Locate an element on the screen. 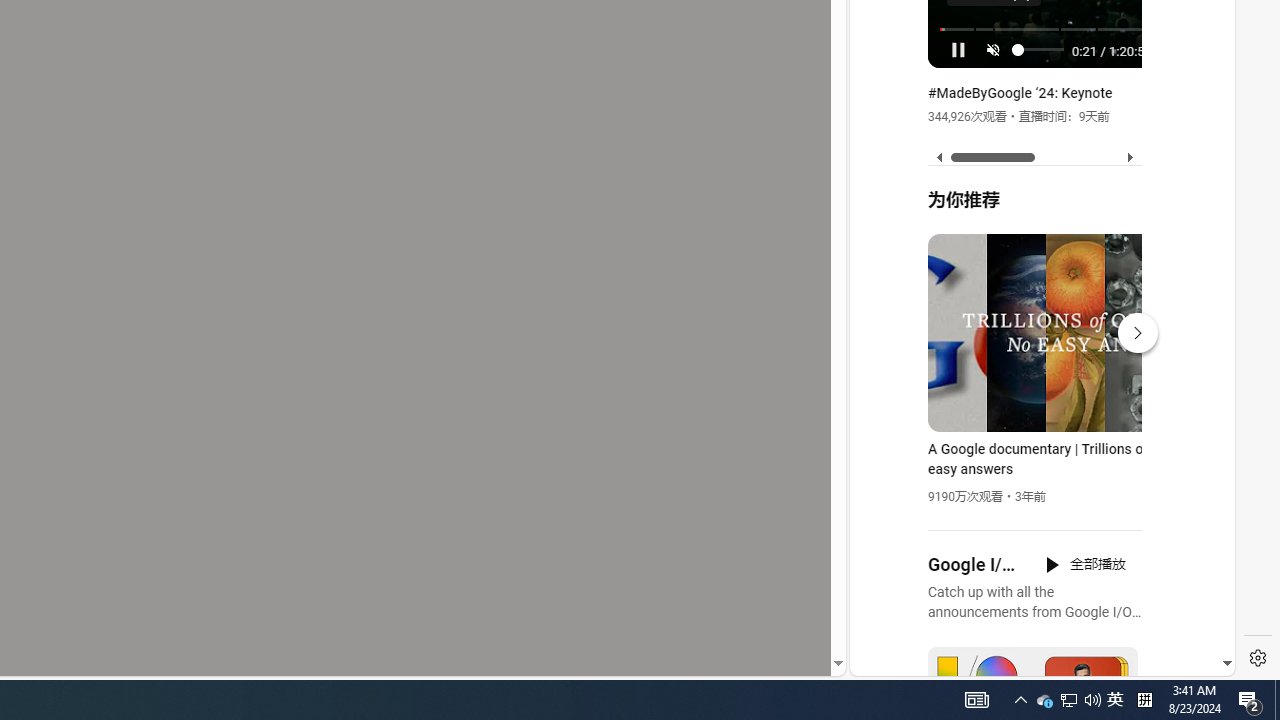 This screenshot has width=1280, height=720. 'Global web icon' is located at coordinates (887, 431).